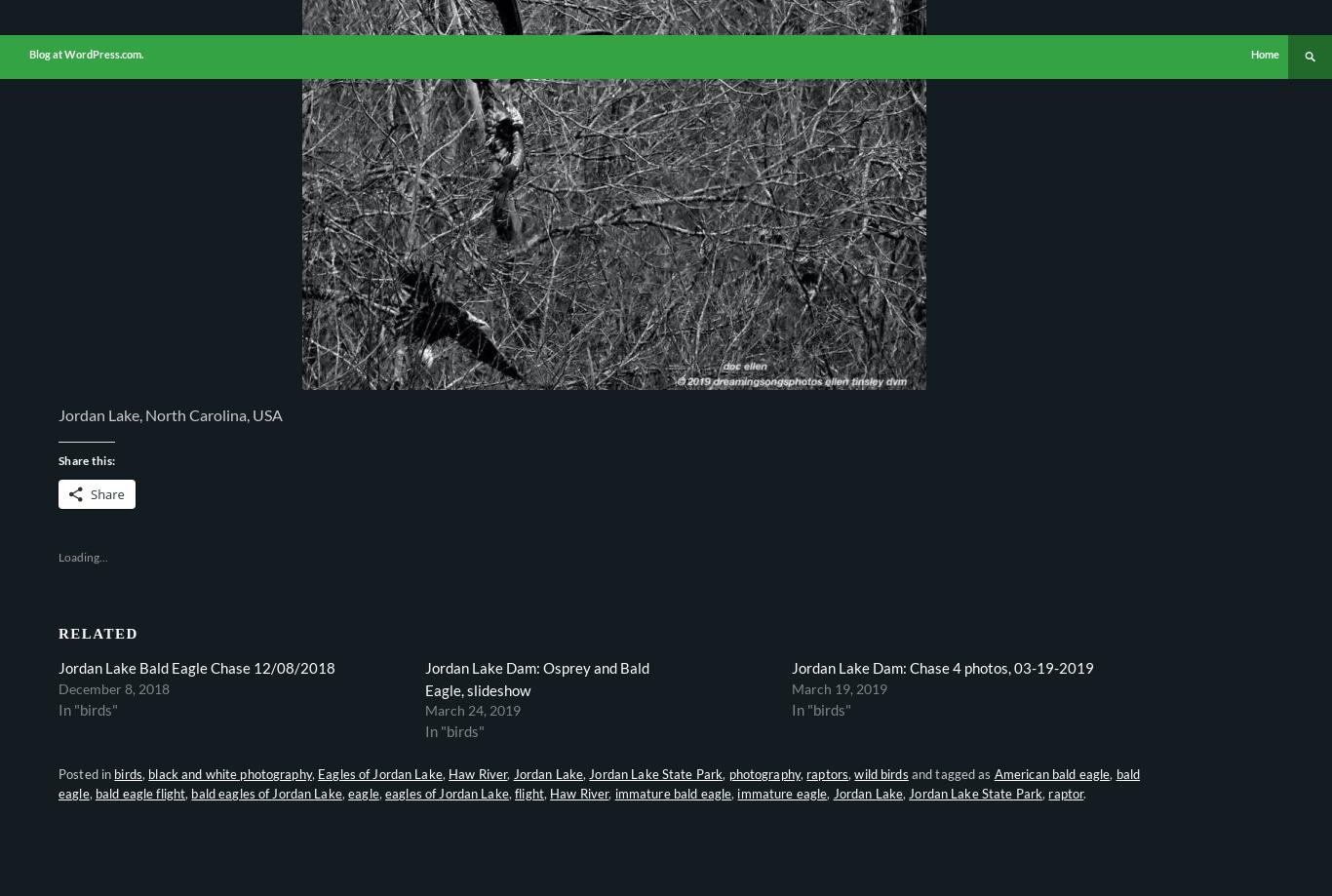 The image size is (1332, 896). Describe the element at coordinates (229, 774) in the screenshot. I see `'black and white photography'` at that location.